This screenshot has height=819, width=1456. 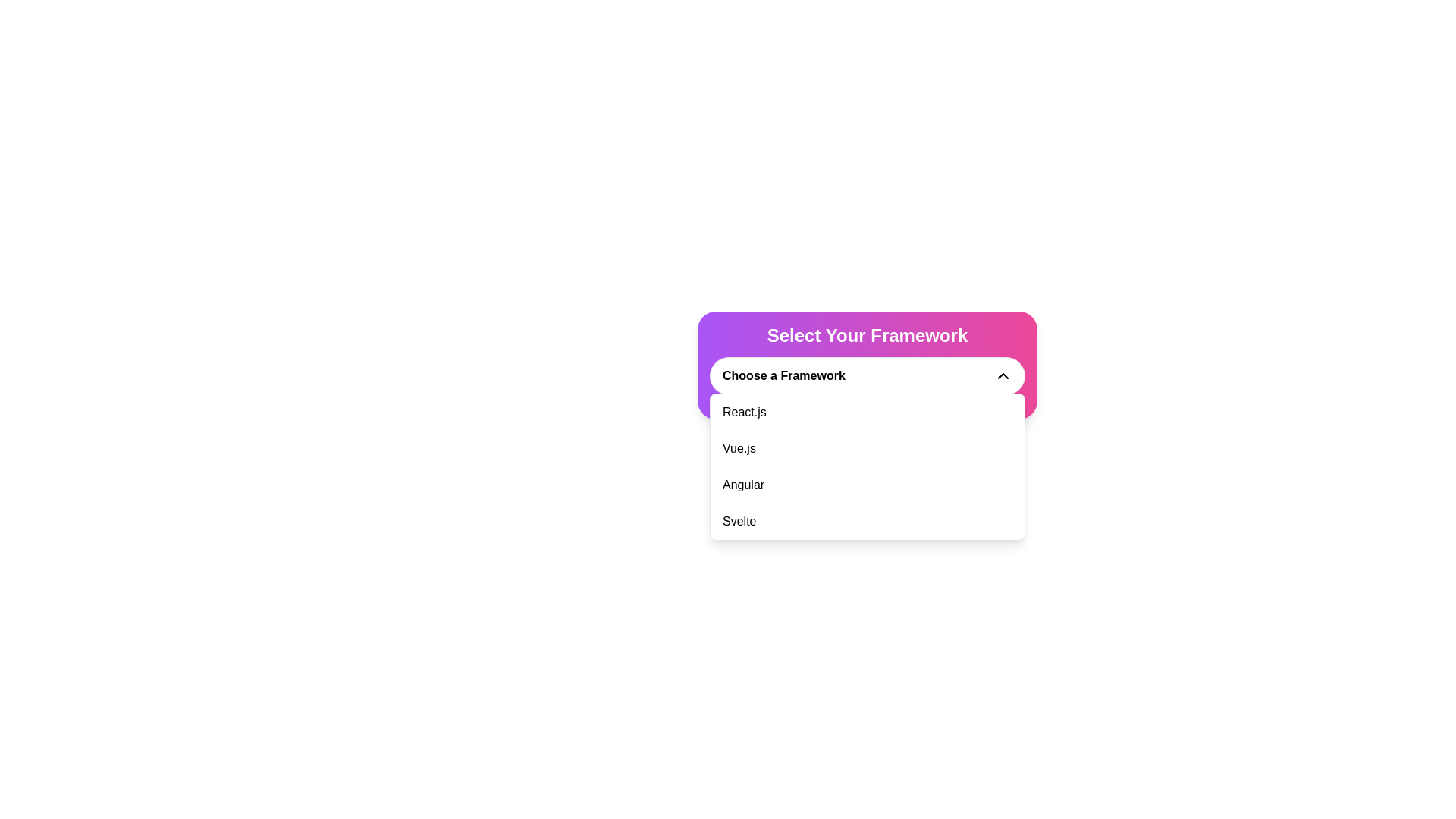 I want to click on a framework from the dropdown menu labeled 'Choose a Framework' within the card component that has a gradient background transitioning from purple to pink and bold white text stating 'Select Your Framework.', so click(x=867, y=366).